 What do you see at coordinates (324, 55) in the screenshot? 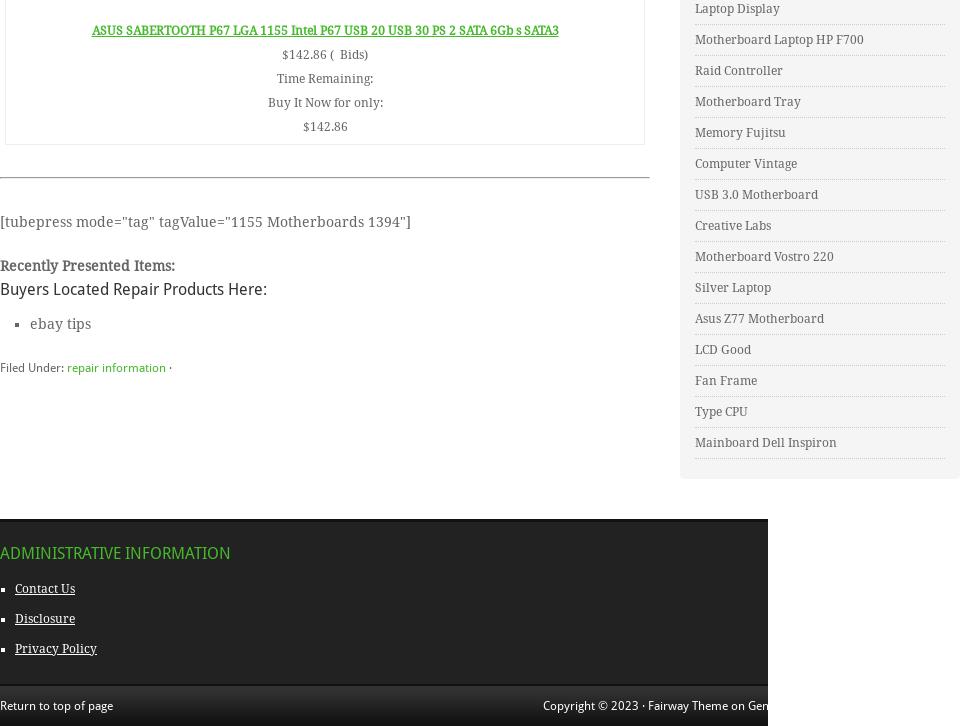
I see `'$142.86 (  Bids)'` at bounding box center [324, 55].